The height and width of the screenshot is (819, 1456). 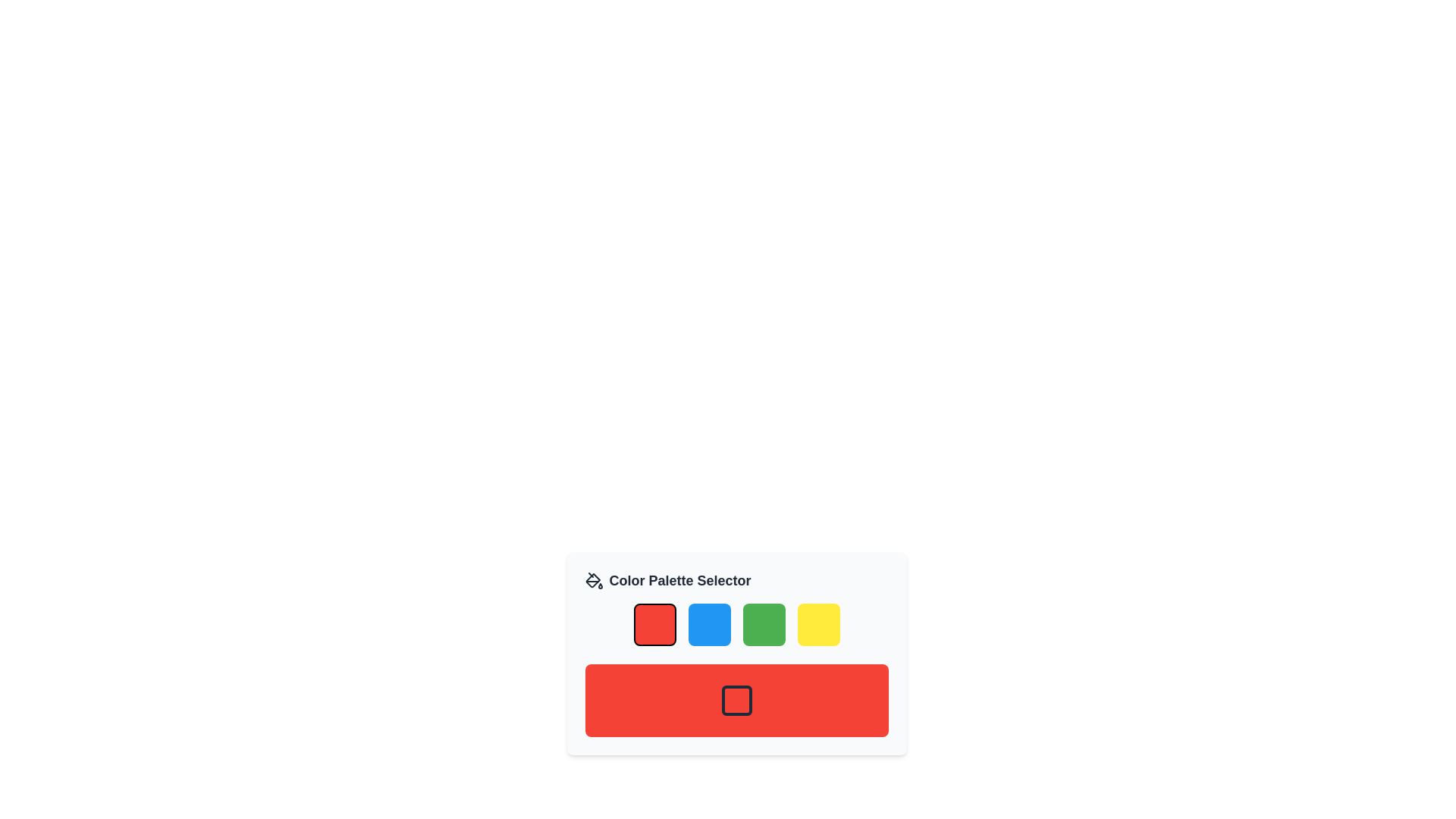 What do you see at coordinates (817, 625) in the screenshot?
I see `the interactive button for selecting the yellow color in the color palette, which is the last button in a row of four options` at bounding box center [817, 625].